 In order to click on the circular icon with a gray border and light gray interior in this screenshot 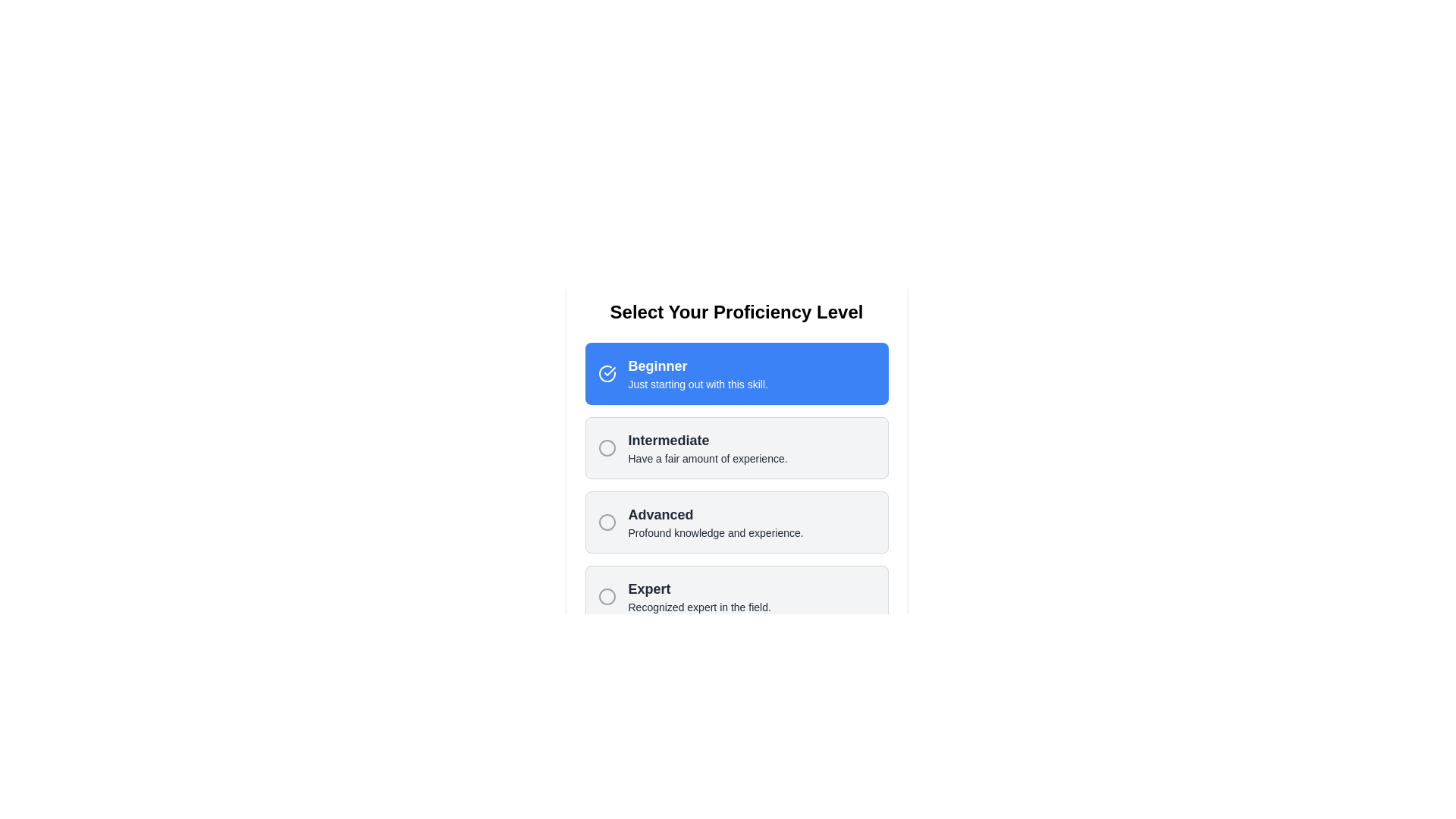, I will do `click(607, 595)`.